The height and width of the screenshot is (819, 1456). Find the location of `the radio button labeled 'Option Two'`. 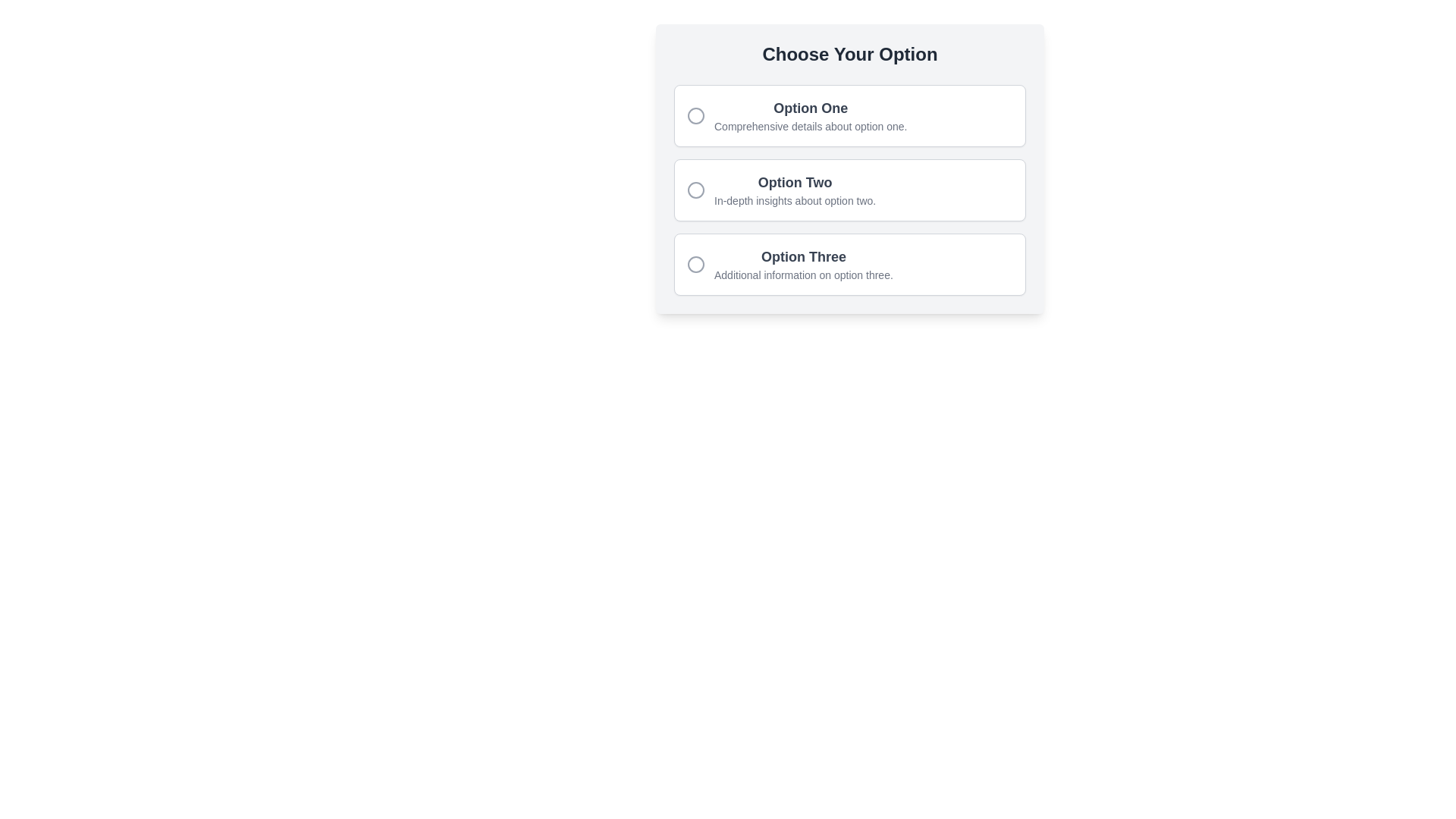

the radio button labeled 'Option Two' is located at coordinates (850, 189).